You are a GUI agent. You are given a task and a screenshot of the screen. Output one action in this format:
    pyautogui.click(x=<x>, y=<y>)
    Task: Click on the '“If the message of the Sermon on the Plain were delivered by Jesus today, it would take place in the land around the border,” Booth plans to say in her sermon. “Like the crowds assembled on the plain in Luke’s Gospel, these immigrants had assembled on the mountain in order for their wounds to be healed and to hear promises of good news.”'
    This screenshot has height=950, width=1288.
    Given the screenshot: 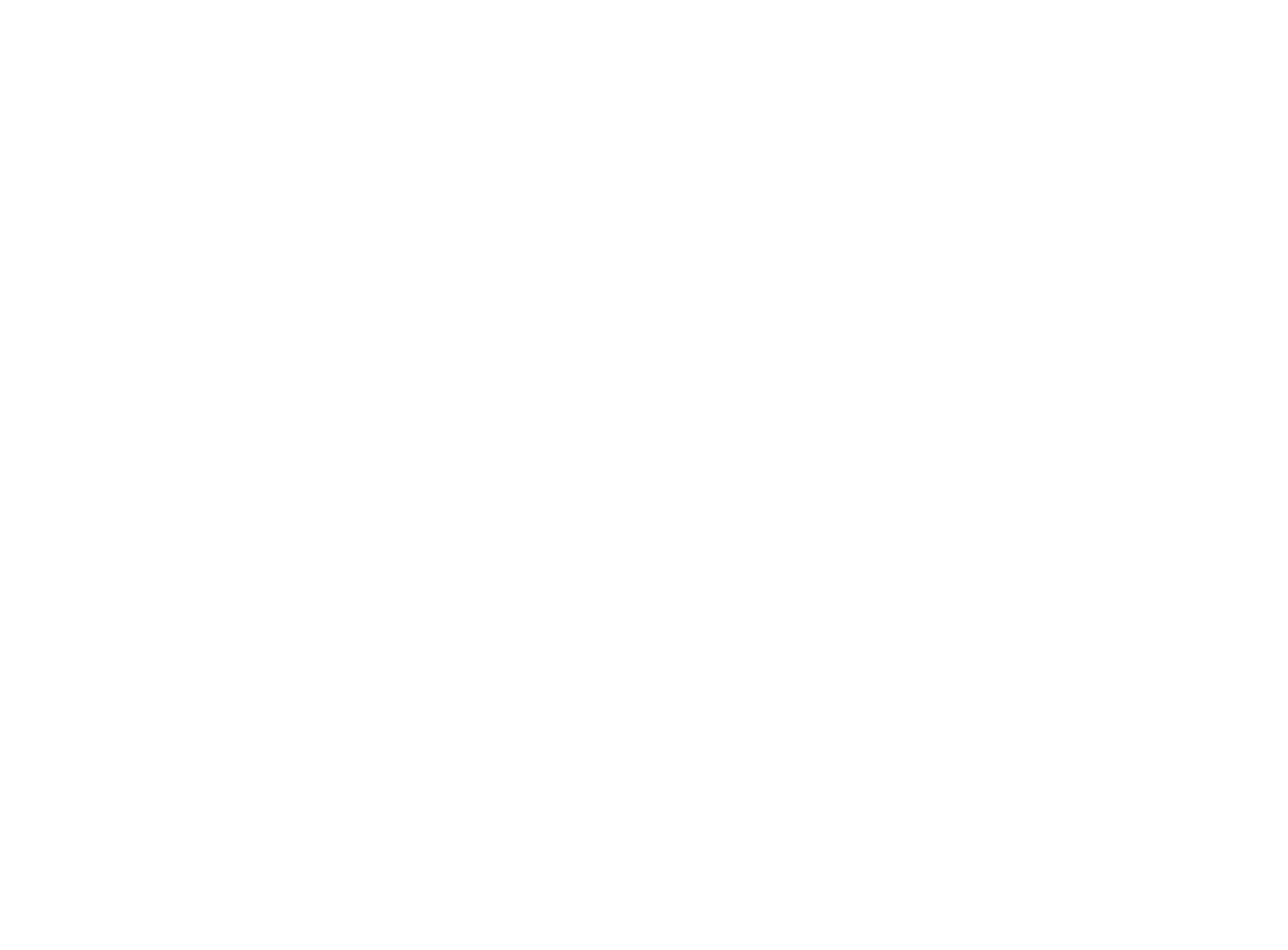 What is the action you would take?
    pyautogui.click(x=638, y=293)
    